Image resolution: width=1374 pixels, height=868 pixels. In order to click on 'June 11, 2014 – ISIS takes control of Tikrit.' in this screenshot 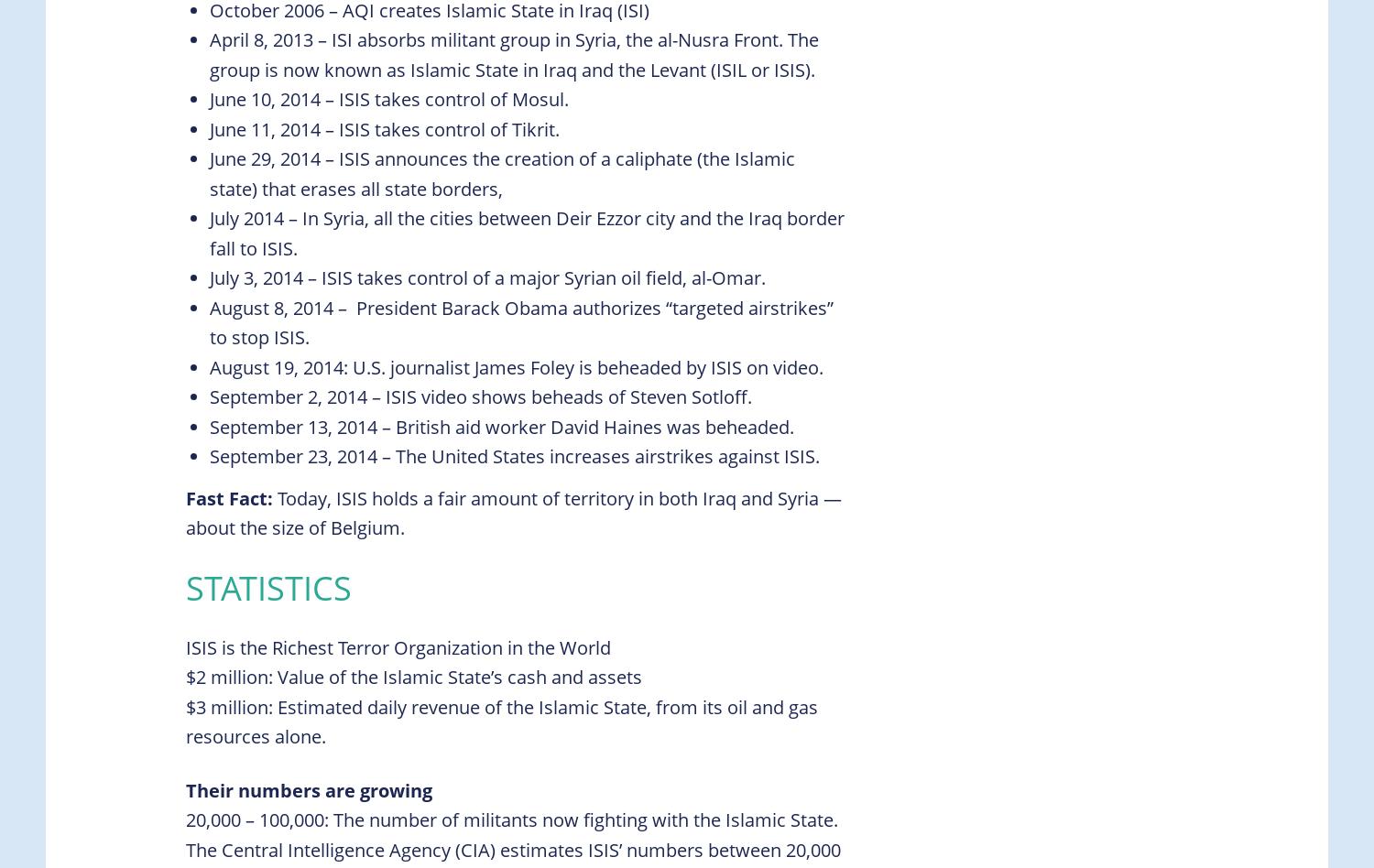, I will do `click(385, 127)`.